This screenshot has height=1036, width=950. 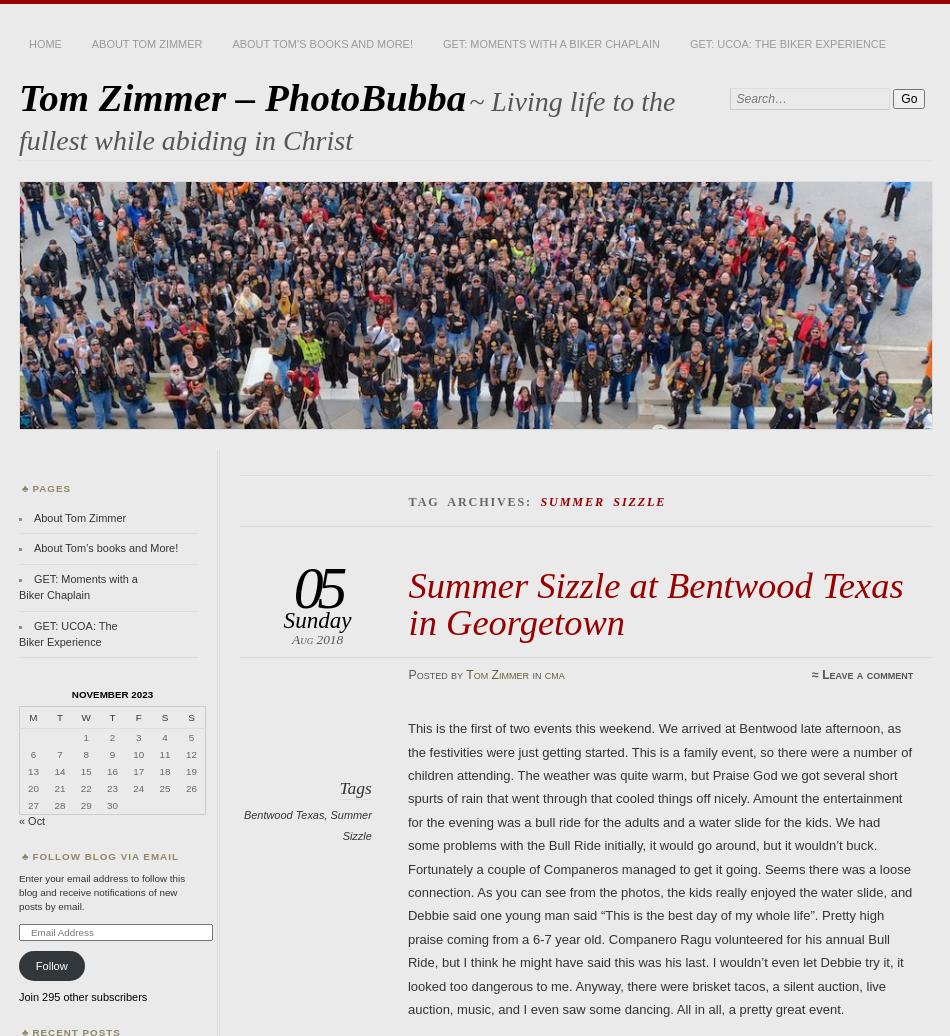 What do you see at coordinates (85, 771) in the screenshot?
I see `'15'` at bounding box center [85, 771].